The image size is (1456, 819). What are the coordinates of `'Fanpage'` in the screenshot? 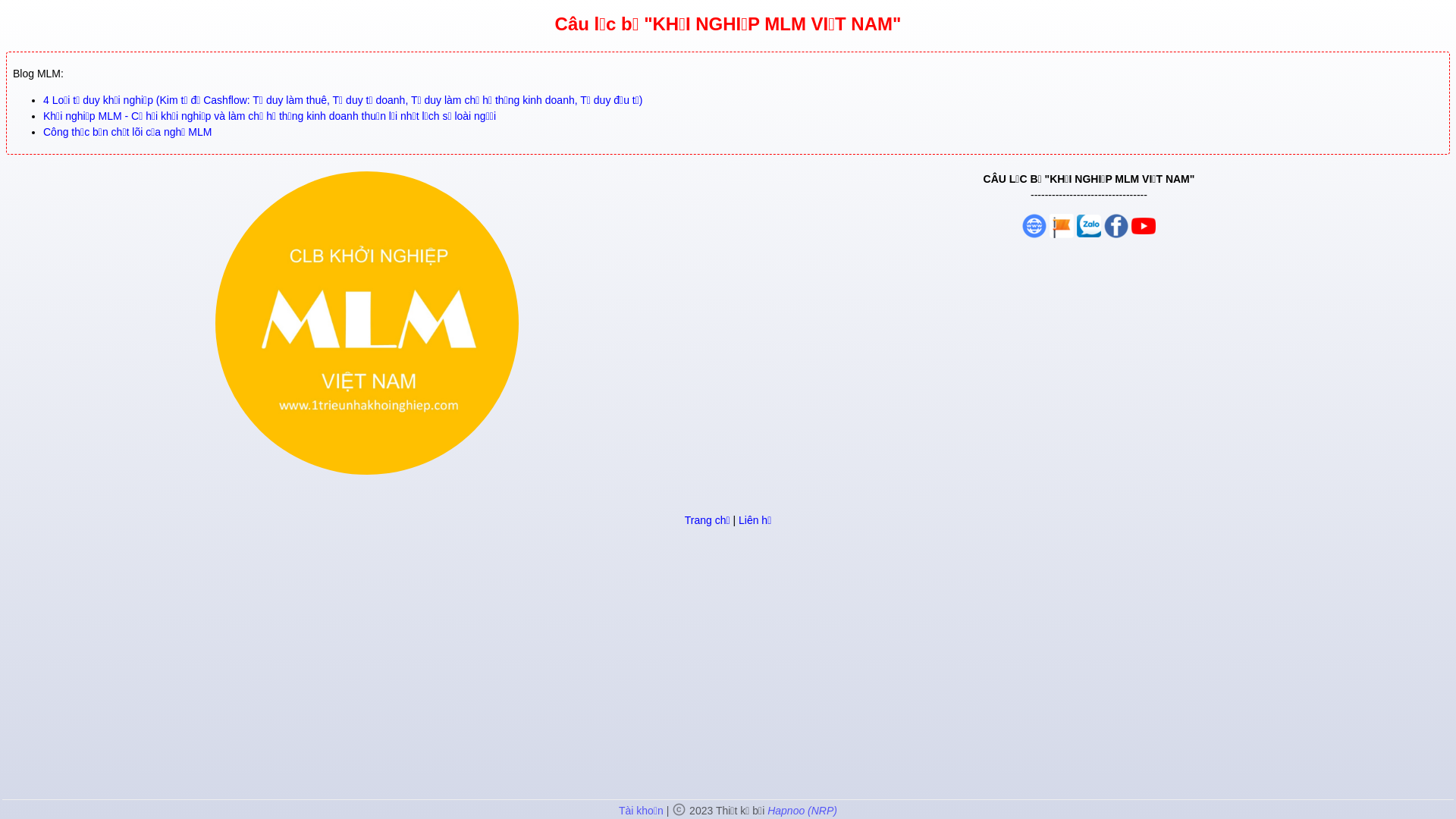 It's located at (1061, 225).